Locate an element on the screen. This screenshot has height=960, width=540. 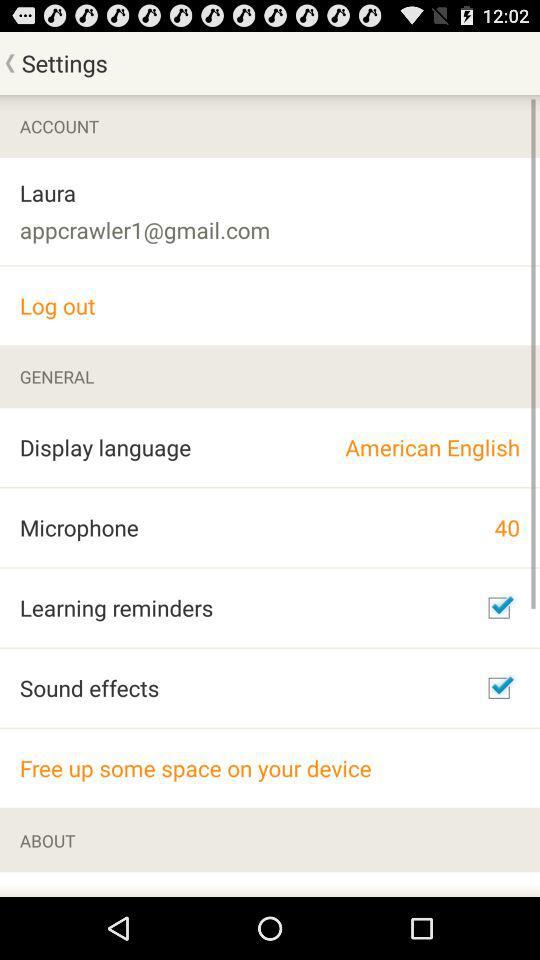
sound effects option is located at coordinates (498, 688).